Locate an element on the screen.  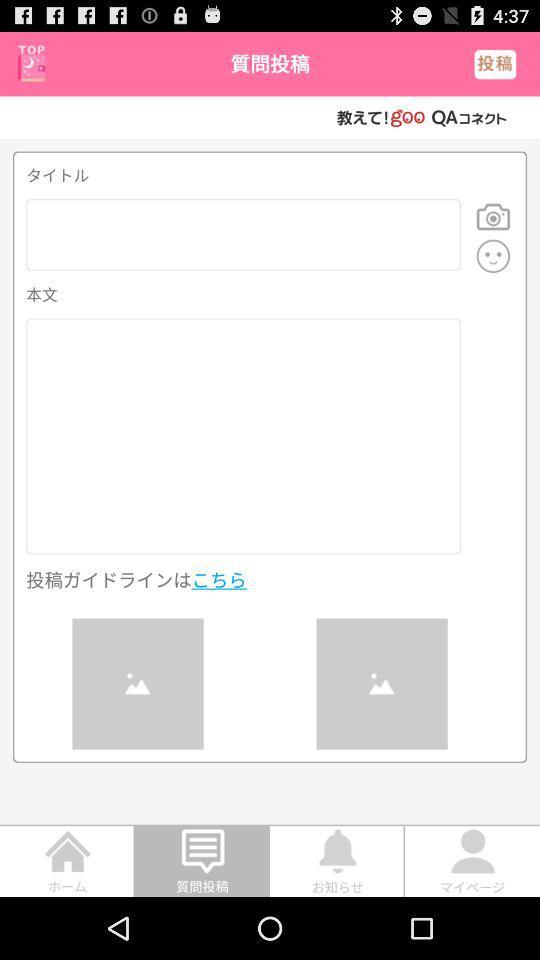
the date_range icon is located at coordinates (30, 67).